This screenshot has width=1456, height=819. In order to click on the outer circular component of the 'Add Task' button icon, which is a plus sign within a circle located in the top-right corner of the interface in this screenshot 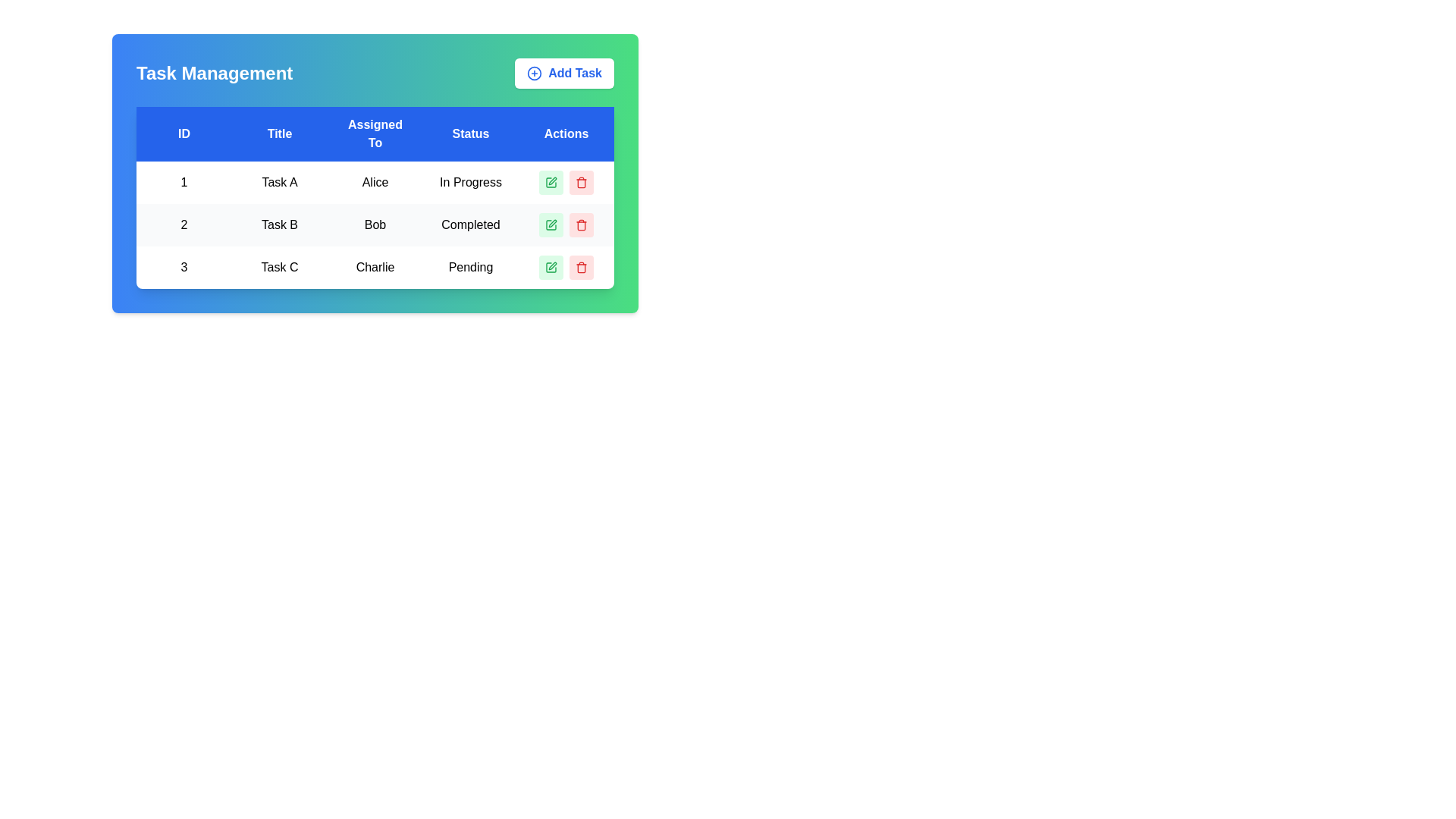, I will do `click(535, 73)`.